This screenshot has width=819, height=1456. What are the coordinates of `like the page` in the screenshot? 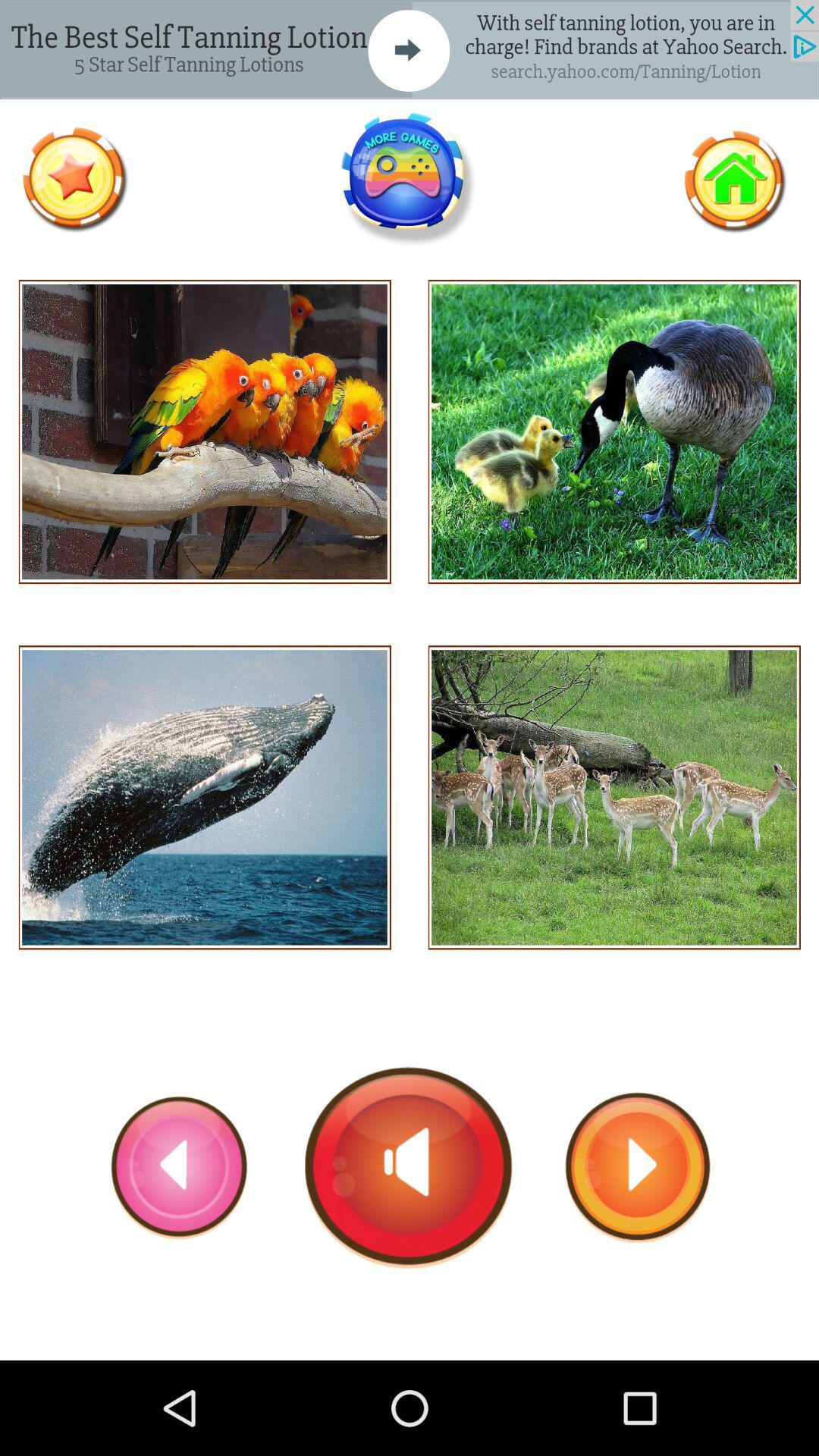 It's located at (74, 179).